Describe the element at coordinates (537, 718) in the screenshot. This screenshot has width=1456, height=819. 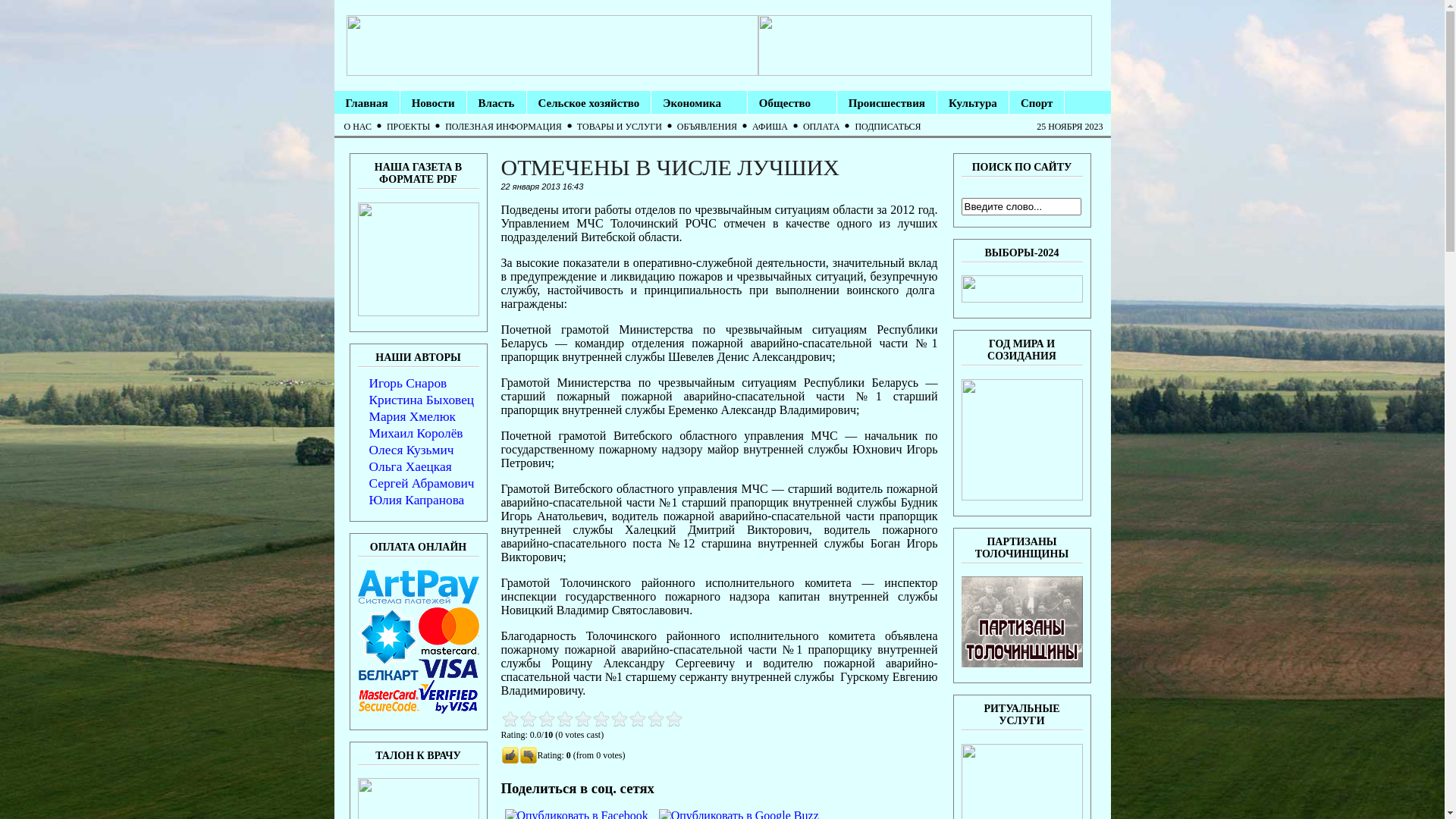
I see `'4 / 10'` at that location.